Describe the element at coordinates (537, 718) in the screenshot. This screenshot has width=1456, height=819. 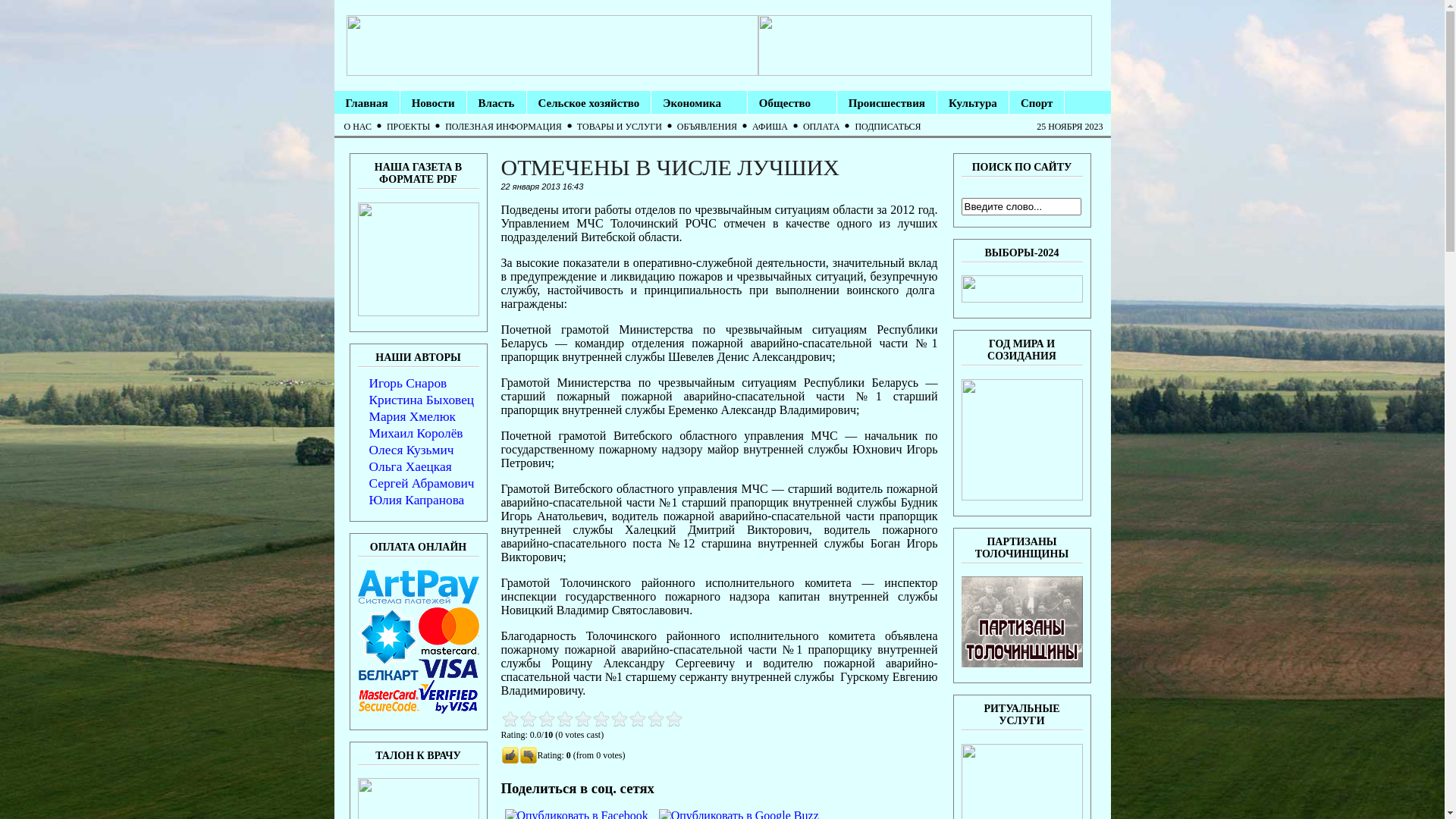
I see `'4 / 10'` at that location.